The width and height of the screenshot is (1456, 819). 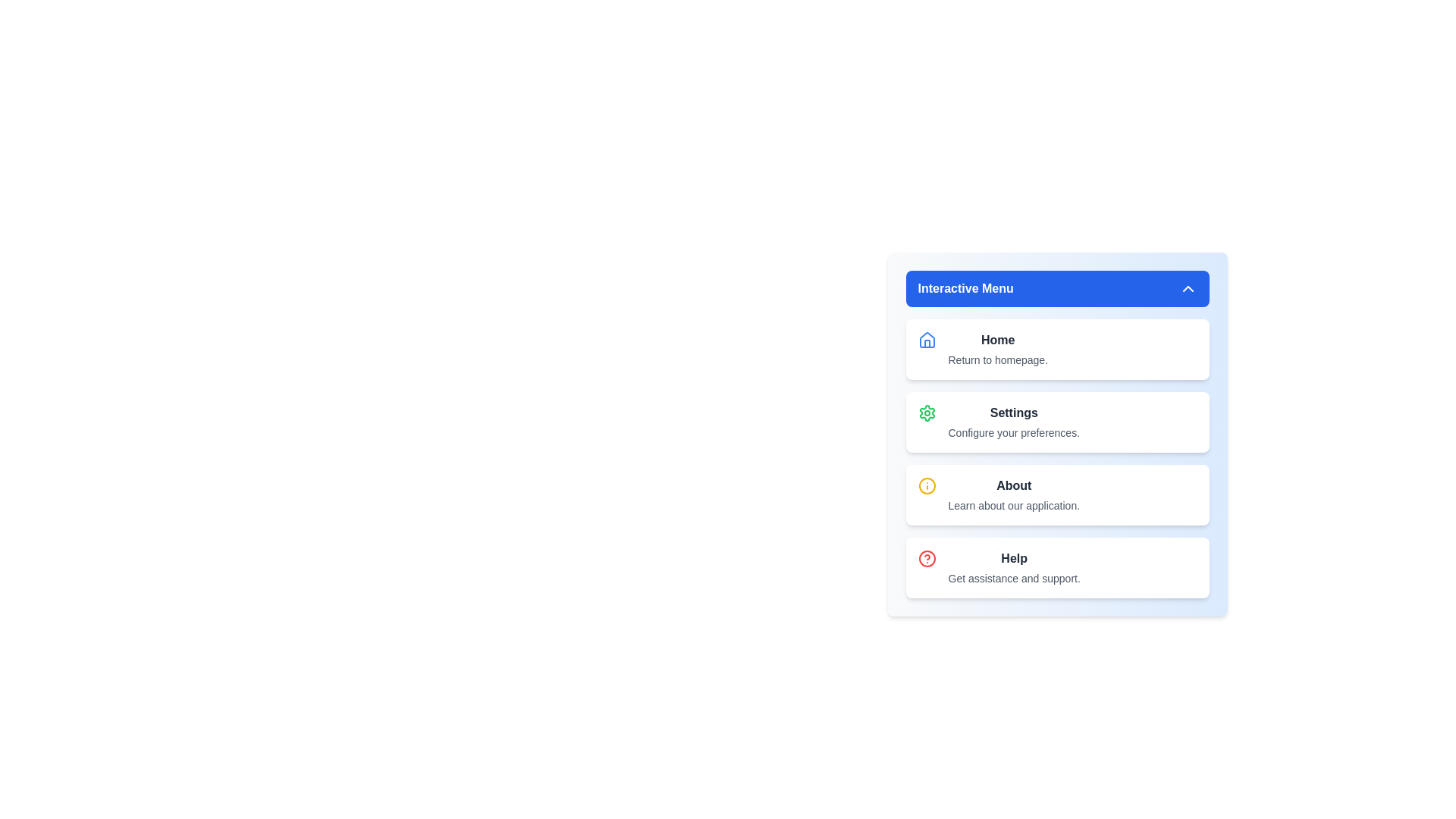 I want to click on the bold 'Settings' text label, which is centrally positioned between the 'Home' and 'About' sections in the menu, so click(x=1014, y=413).